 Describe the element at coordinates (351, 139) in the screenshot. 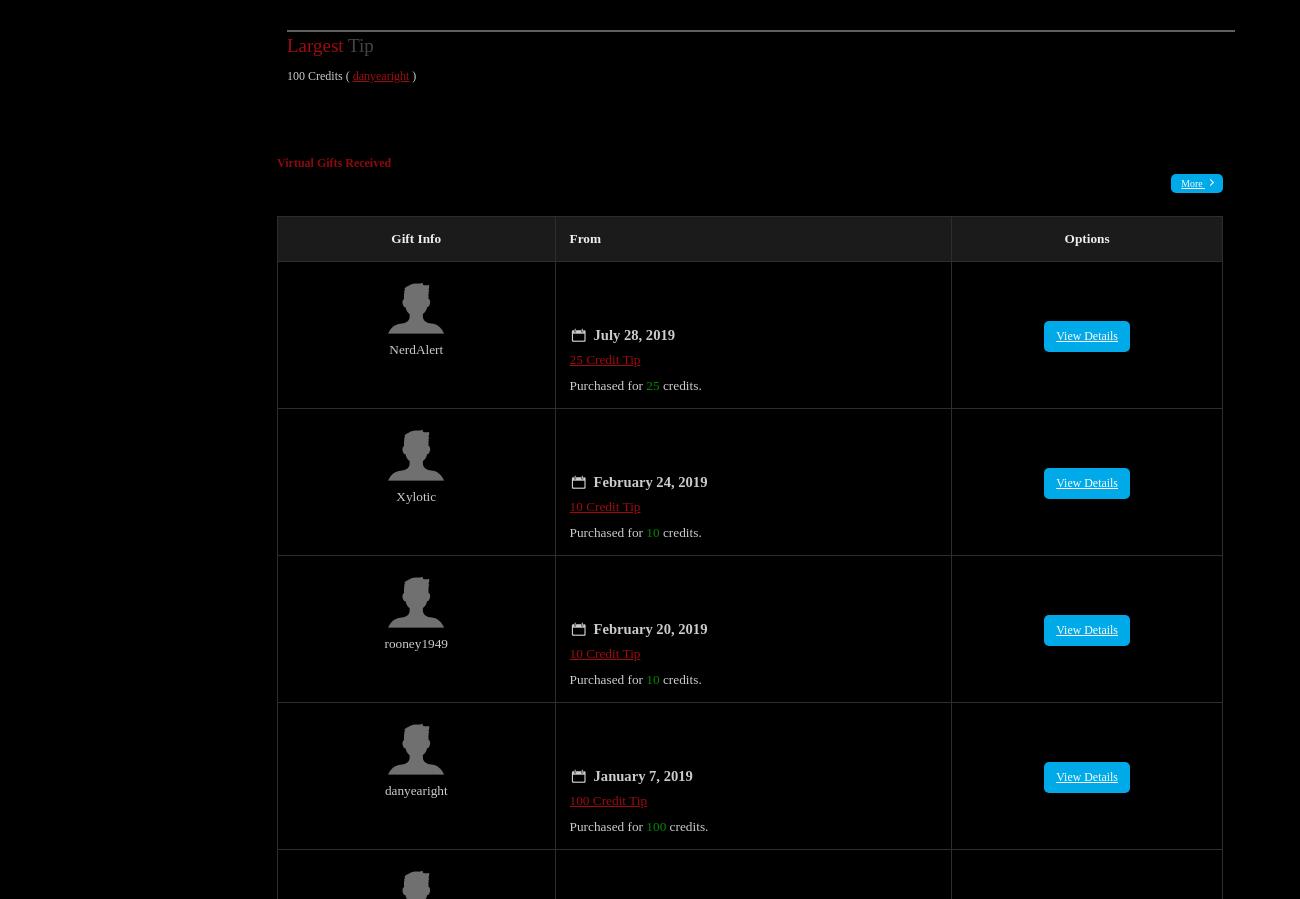

I see `'Gifts Received'` at that location.